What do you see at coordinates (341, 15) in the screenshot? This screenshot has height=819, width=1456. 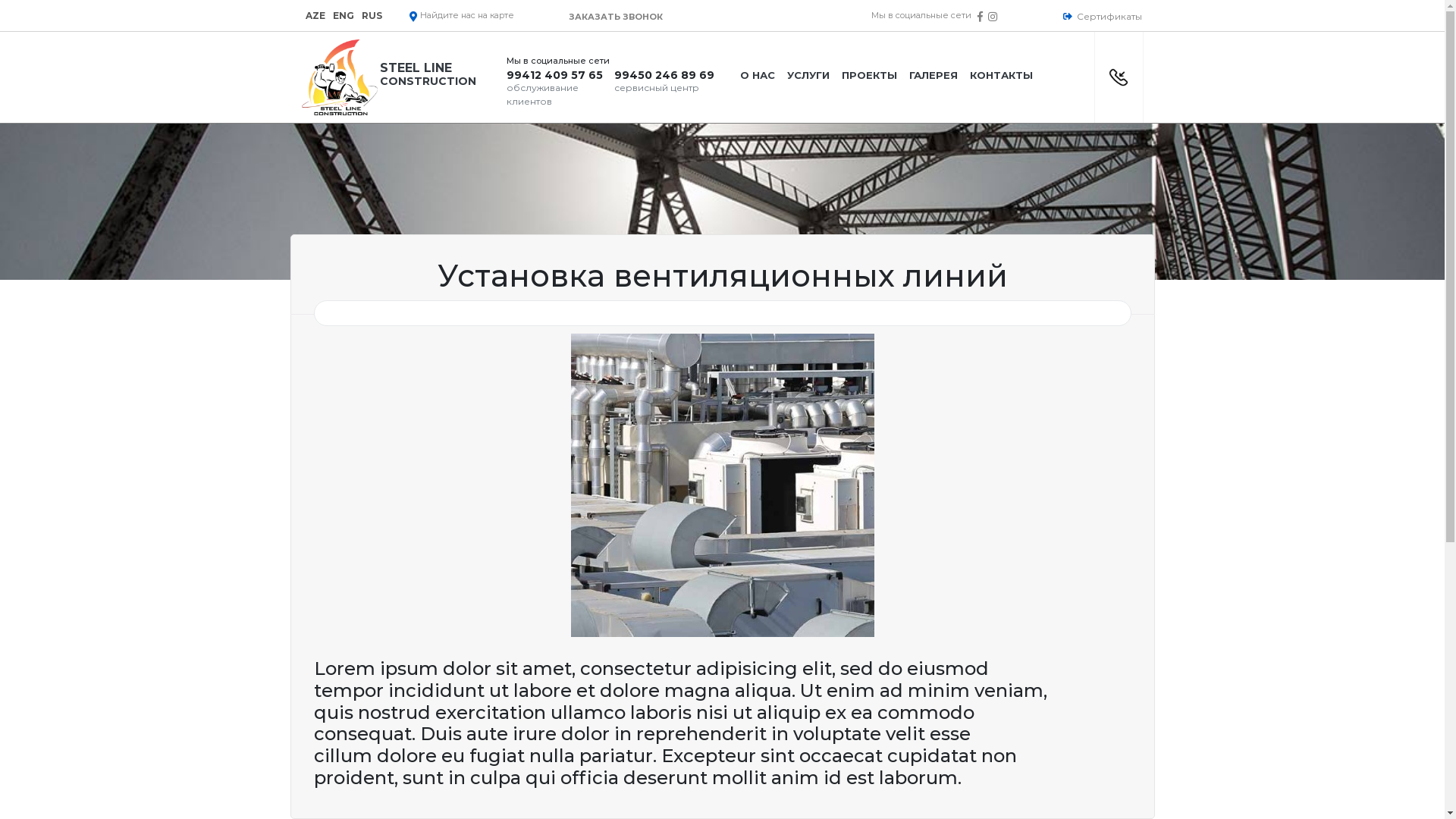 I see `'ENG'` at bounding box center [341, 15].